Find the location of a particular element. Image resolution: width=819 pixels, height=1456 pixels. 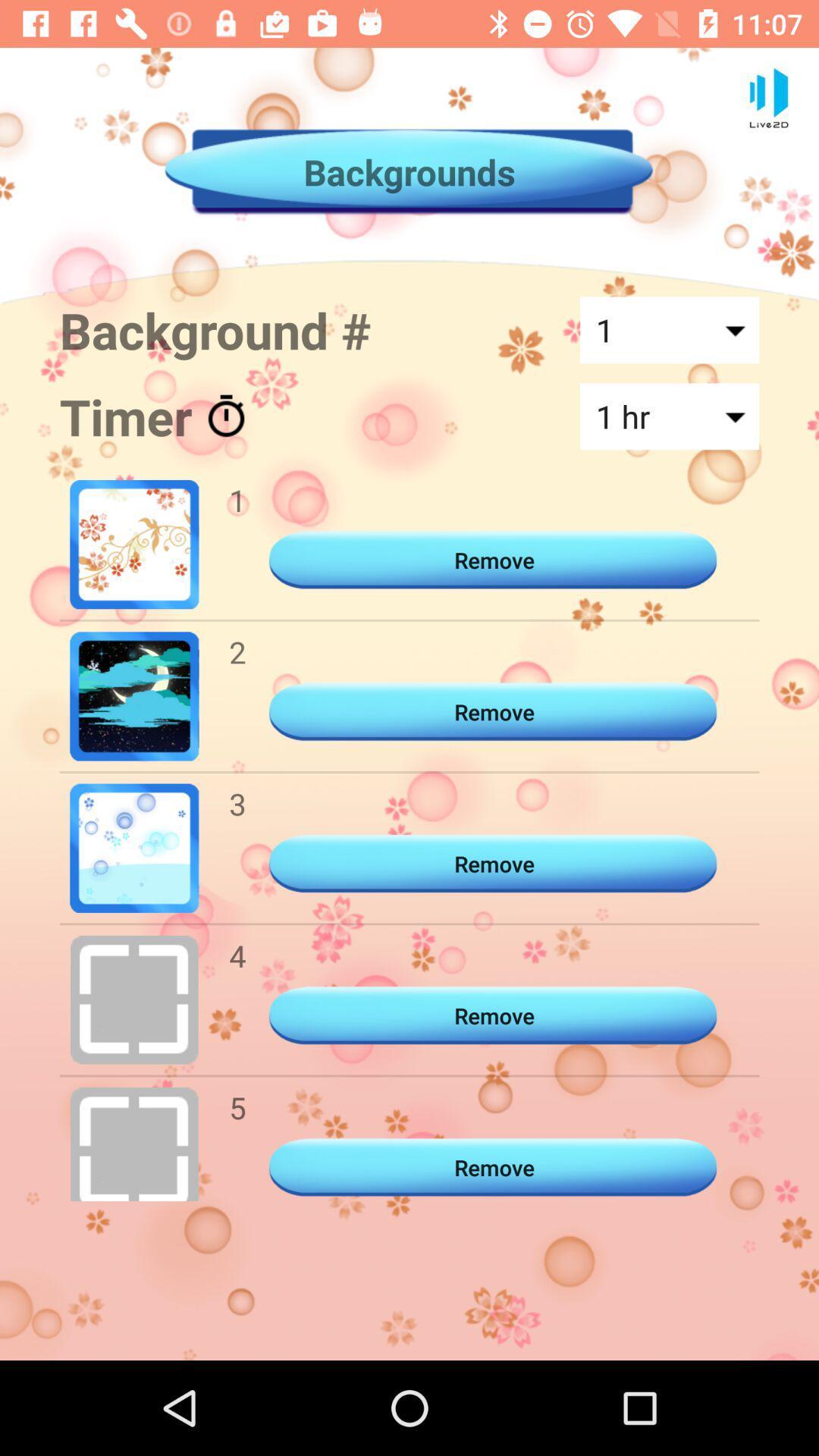

the icon above the 5 item is located at coordinates (237, 955).